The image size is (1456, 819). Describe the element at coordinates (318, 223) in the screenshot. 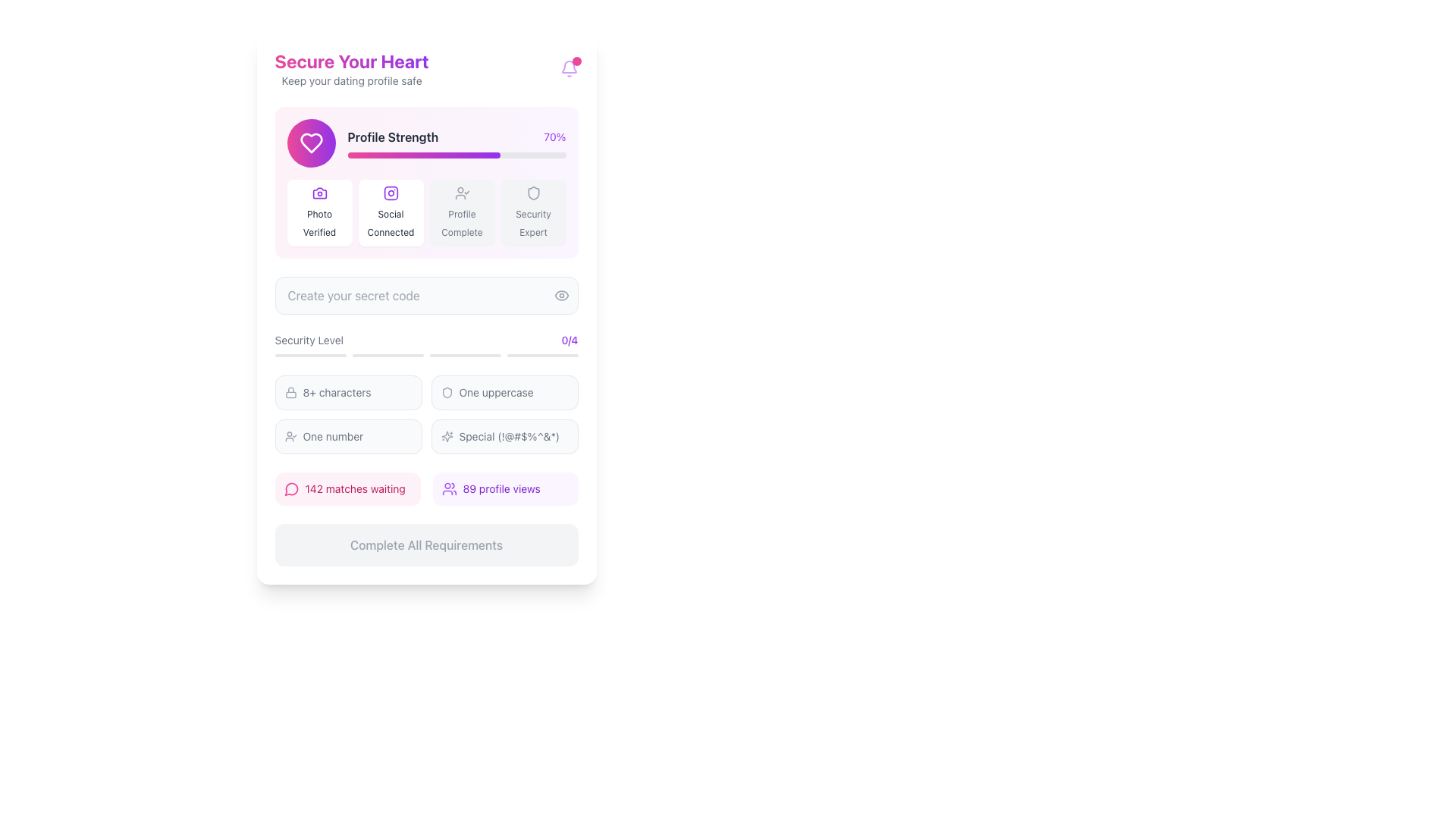

I see `the 'Photo Verified' text label element, which is styled with a gray font and positioned under a camera icon in the first card of the 'Profile Strength' section` at that location.